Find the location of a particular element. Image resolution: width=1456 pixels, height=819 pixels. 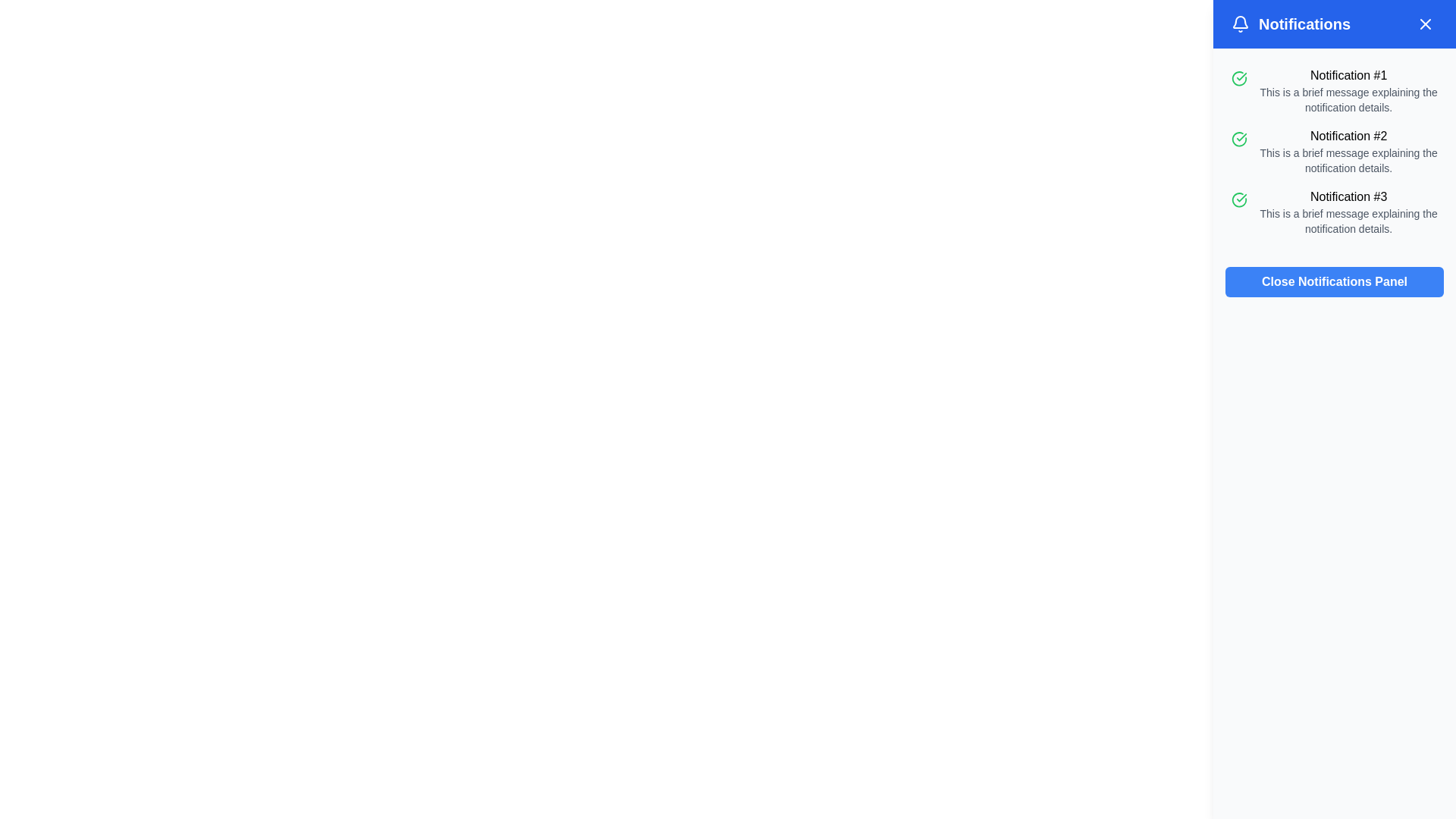

the green circular icon with a check mark inside, which signifies success and is located to the left of the text 'Notification #3 This is a brief message explaining the notification details.' is located at coordinates (1238, 199).